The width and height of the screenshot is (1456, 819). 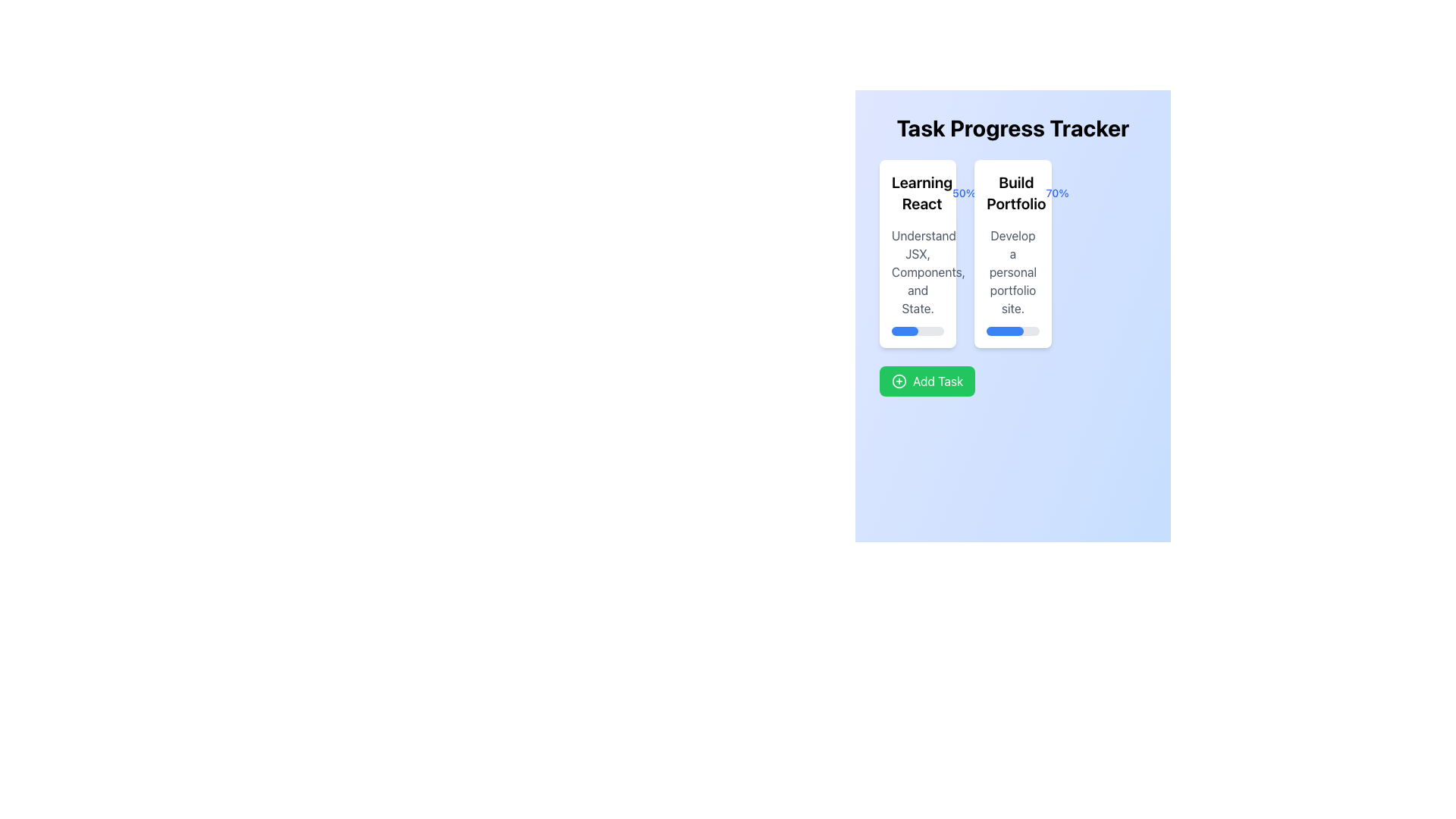 What do you see at coordinates (1012, 330) in the screenshot?
I see `the Progress Bar representing the 70% completion level for the 'Build Portfolio' task, located within the 'Task Progress Tracker' section` at bounding box center [1012, 330].